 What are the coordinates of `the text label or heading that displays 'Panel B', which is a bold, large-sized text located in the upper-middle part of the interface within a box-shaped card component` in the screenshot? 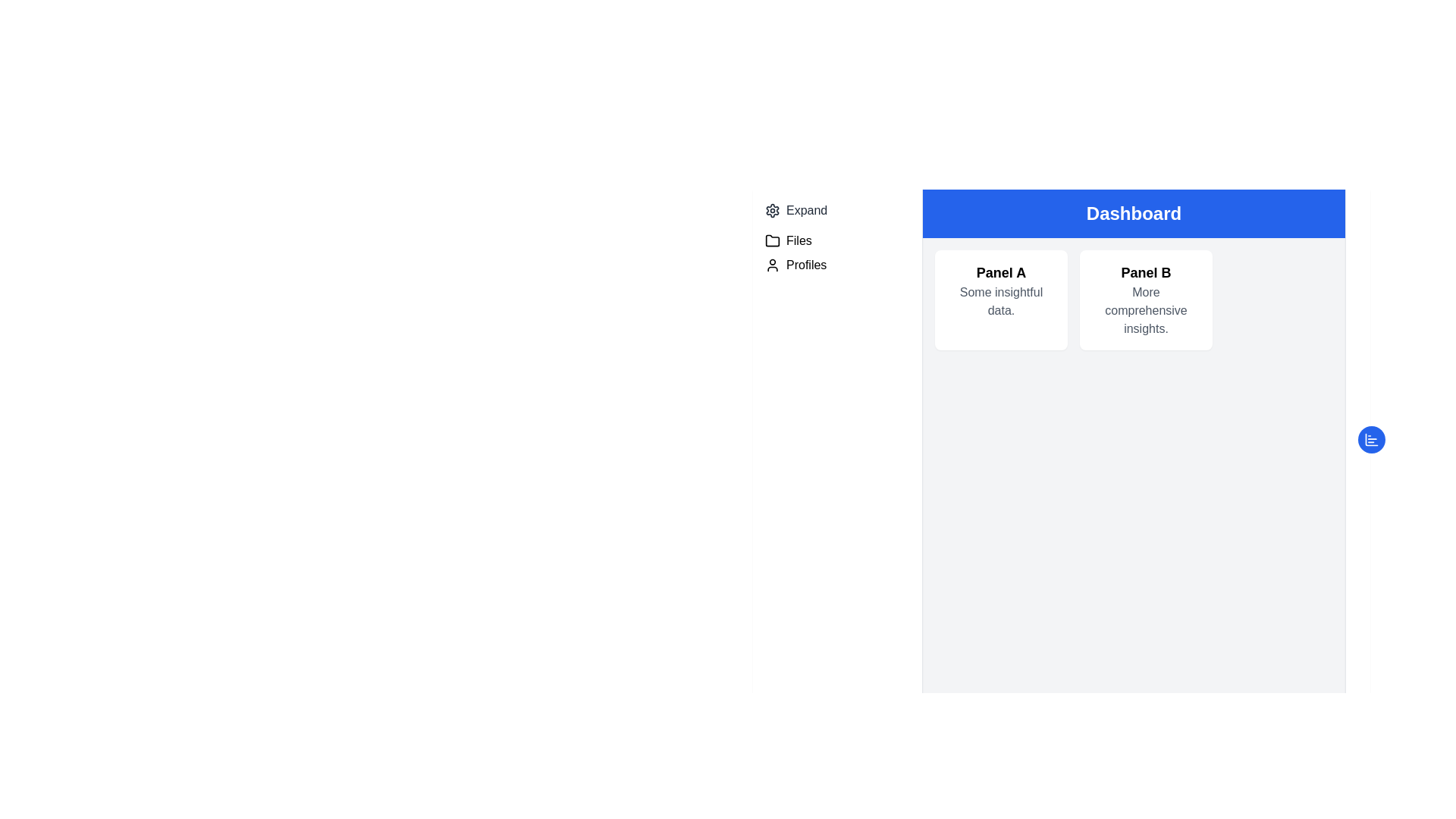 It's located at (1146, 271).